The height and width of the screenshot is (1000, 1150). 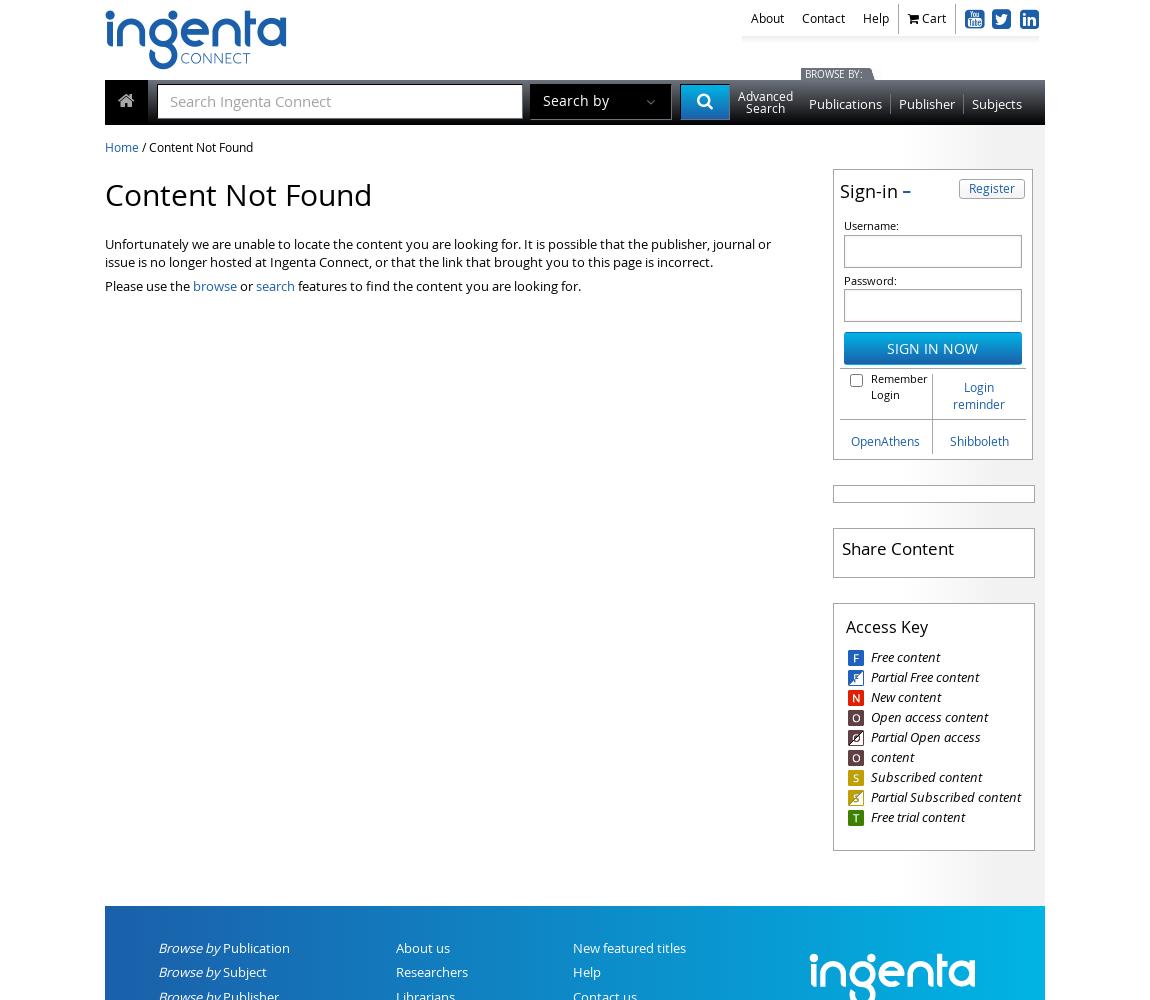 I want to click on 'Advanced', so click(x=764, y=95).